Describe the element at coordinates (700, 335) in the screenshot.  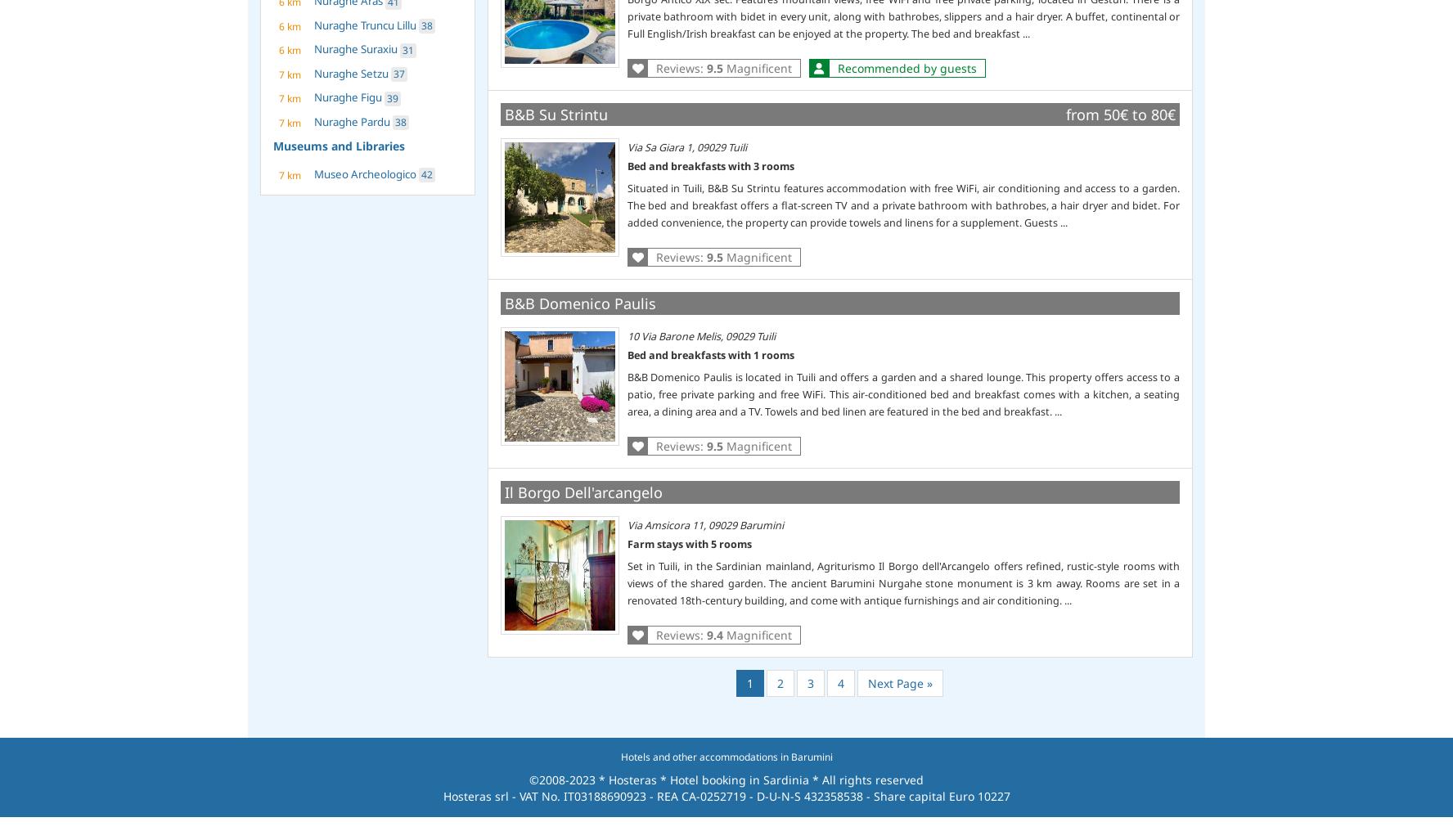
I see `'10 Via Barone Melis, 
09029 Tuili'` at that location.